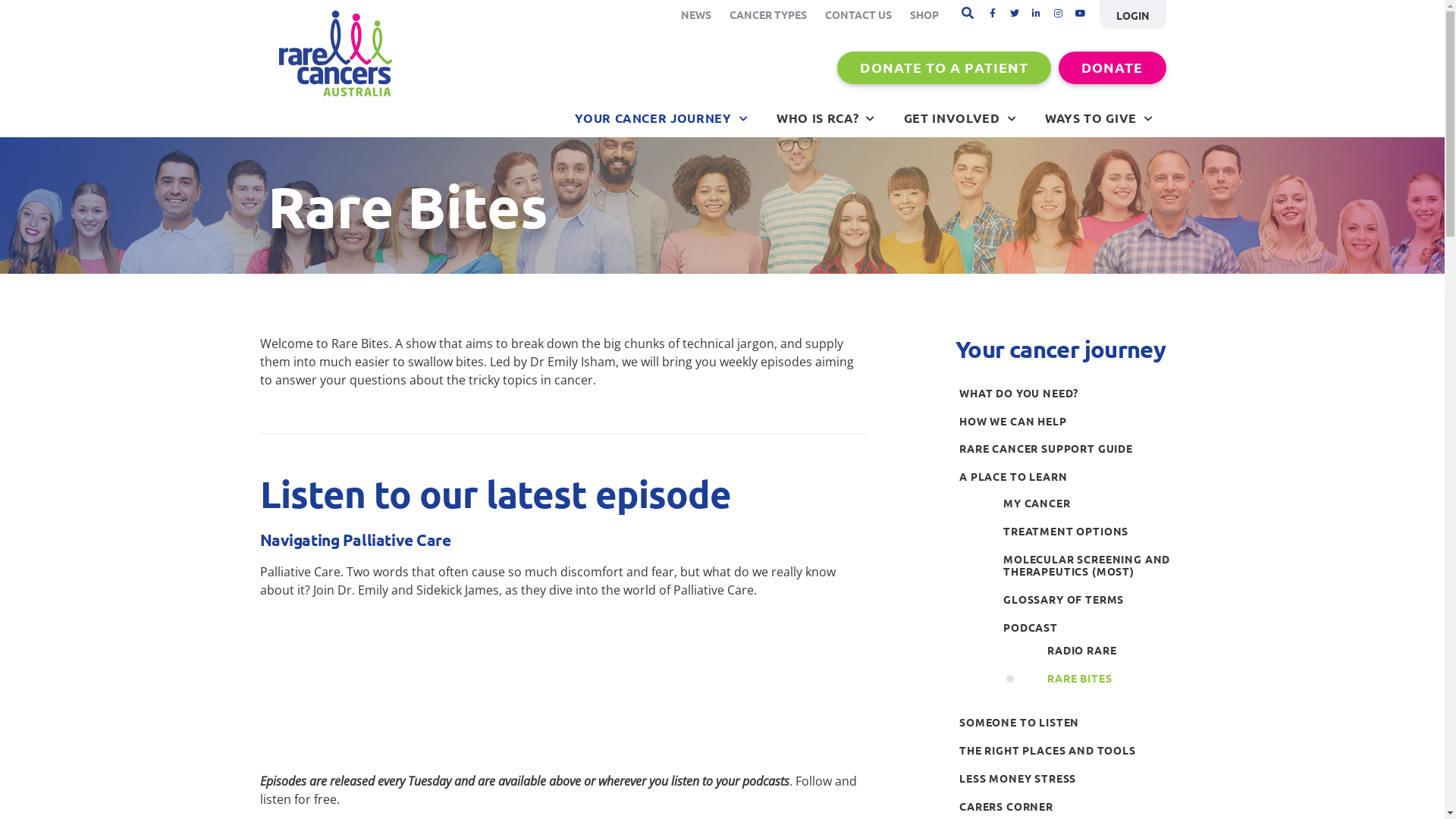 Image resolution: width=1456 pixels, height=819 pixels. I want to click on 'RARE BITES', so click(1110, 677).